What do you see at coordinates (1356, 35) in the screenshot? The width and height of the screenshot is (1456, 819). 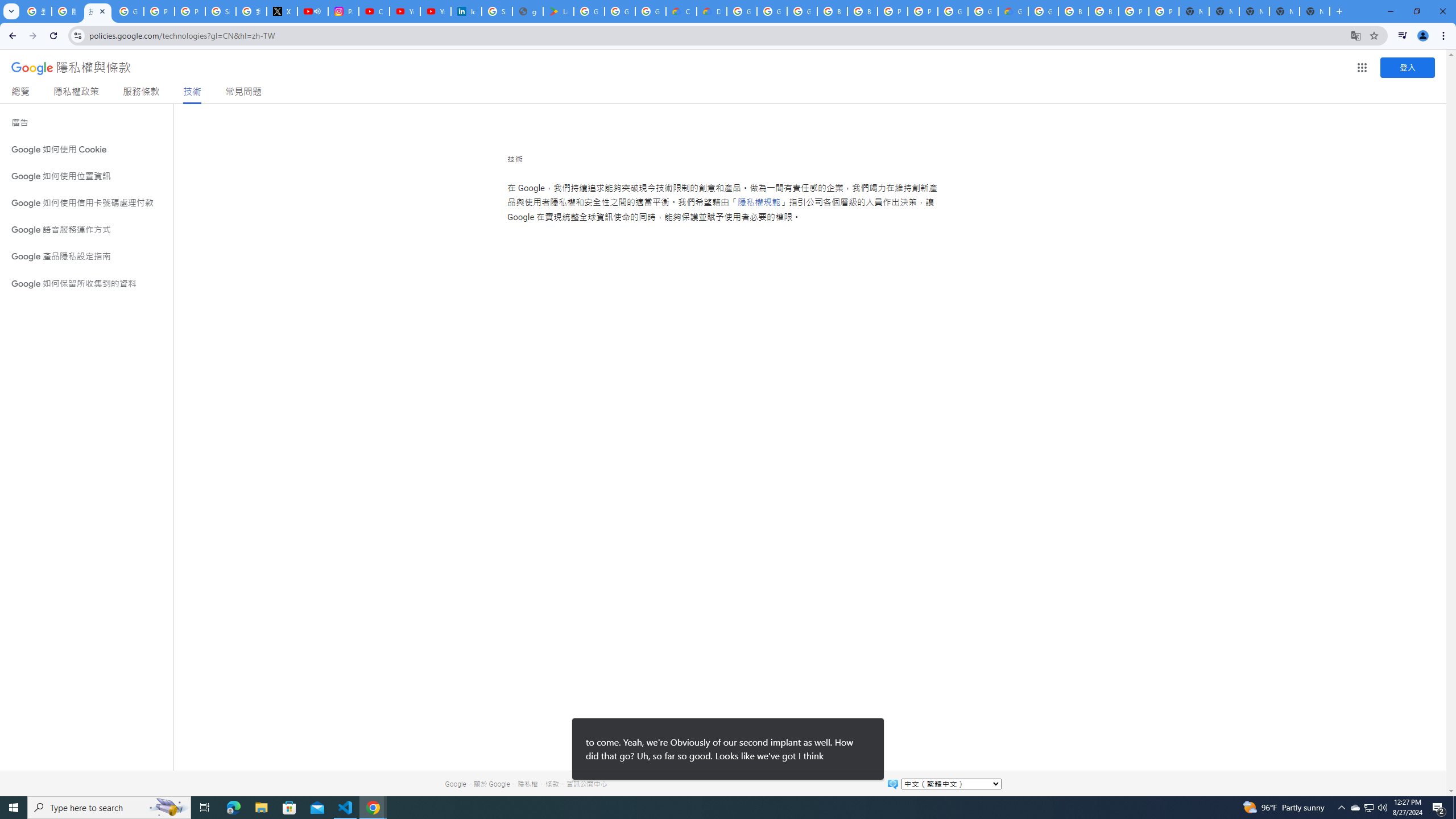 I see `'Translate this page'` at bounding box center [1356, 35].